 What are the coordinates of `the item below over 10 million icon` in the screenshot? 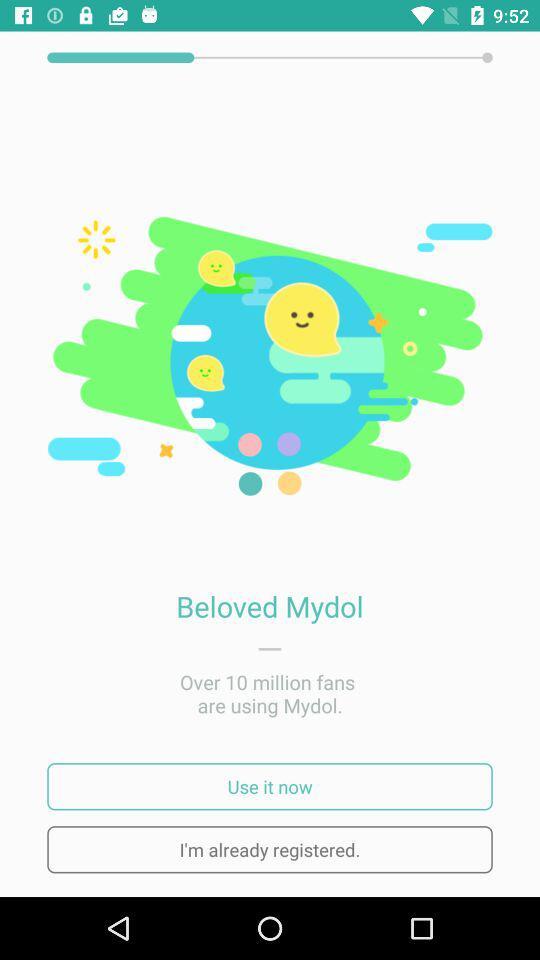 It's located at (270, 786).